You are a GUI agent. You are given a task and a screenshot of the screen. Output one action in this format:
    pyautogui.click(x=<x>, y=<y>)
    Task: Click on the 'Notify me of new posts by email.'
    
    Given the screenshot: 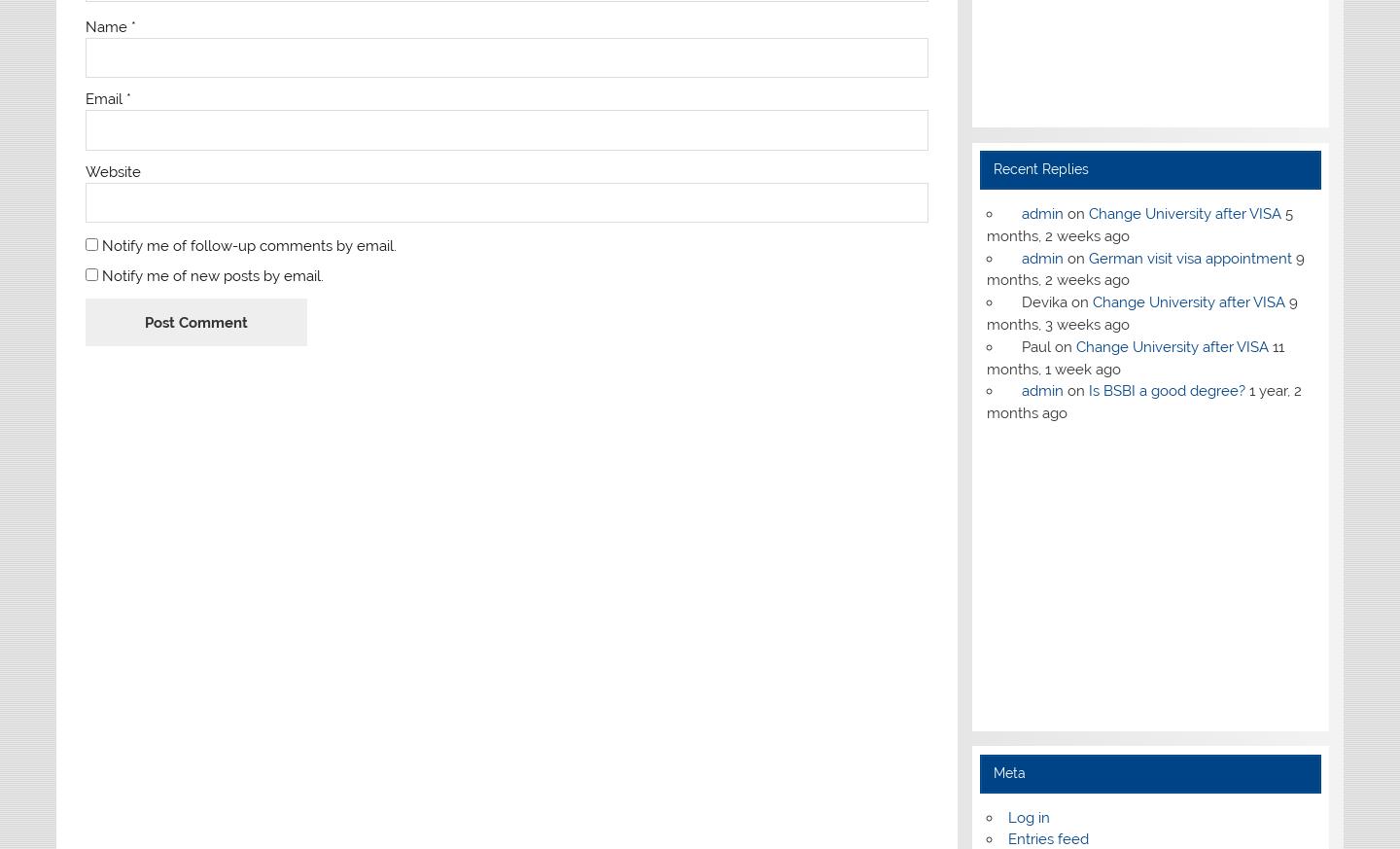 What is the action you would take?
    pyautogui.click(x=212, y=275)
    